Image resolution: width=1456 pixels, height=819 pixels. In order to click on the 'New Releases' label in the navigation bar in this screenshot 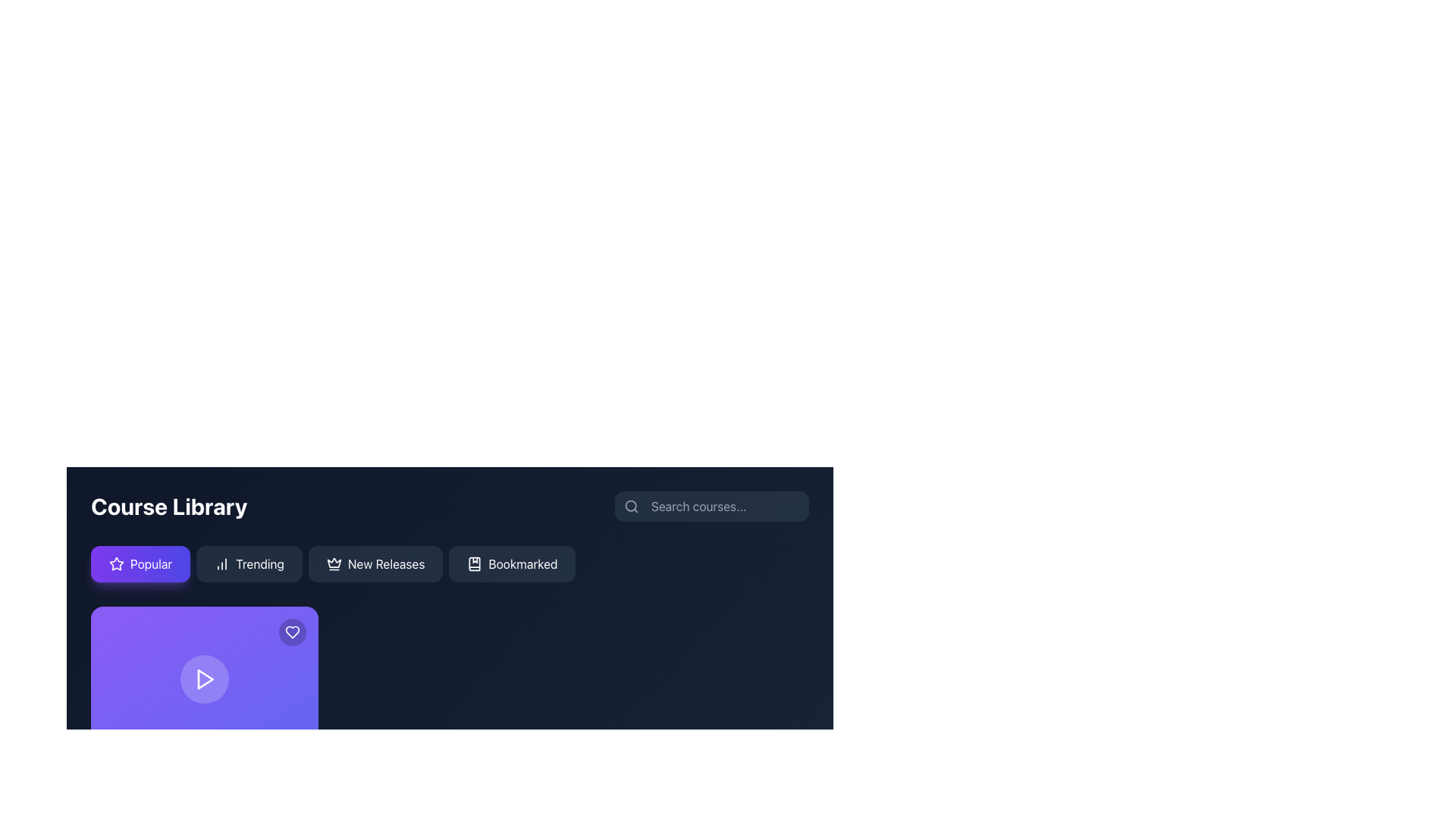, I will do `click(386, 564)`.